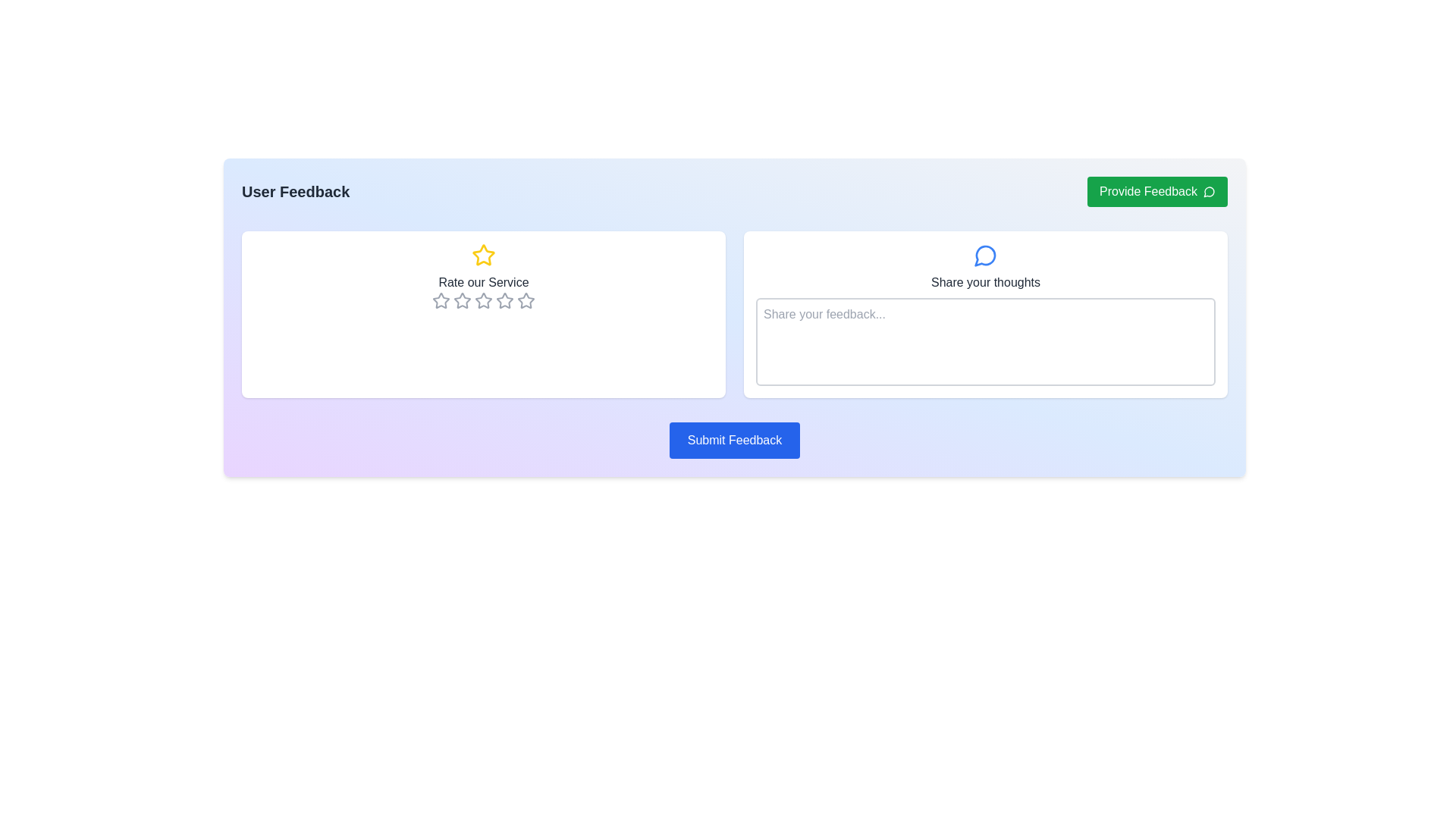 The height and width of the screenshot is (819, 1456). What do you see at coordinates (440, 301) in the screenshot?
I see `the first star icon in the rating system` at bounding box center [440, 301].